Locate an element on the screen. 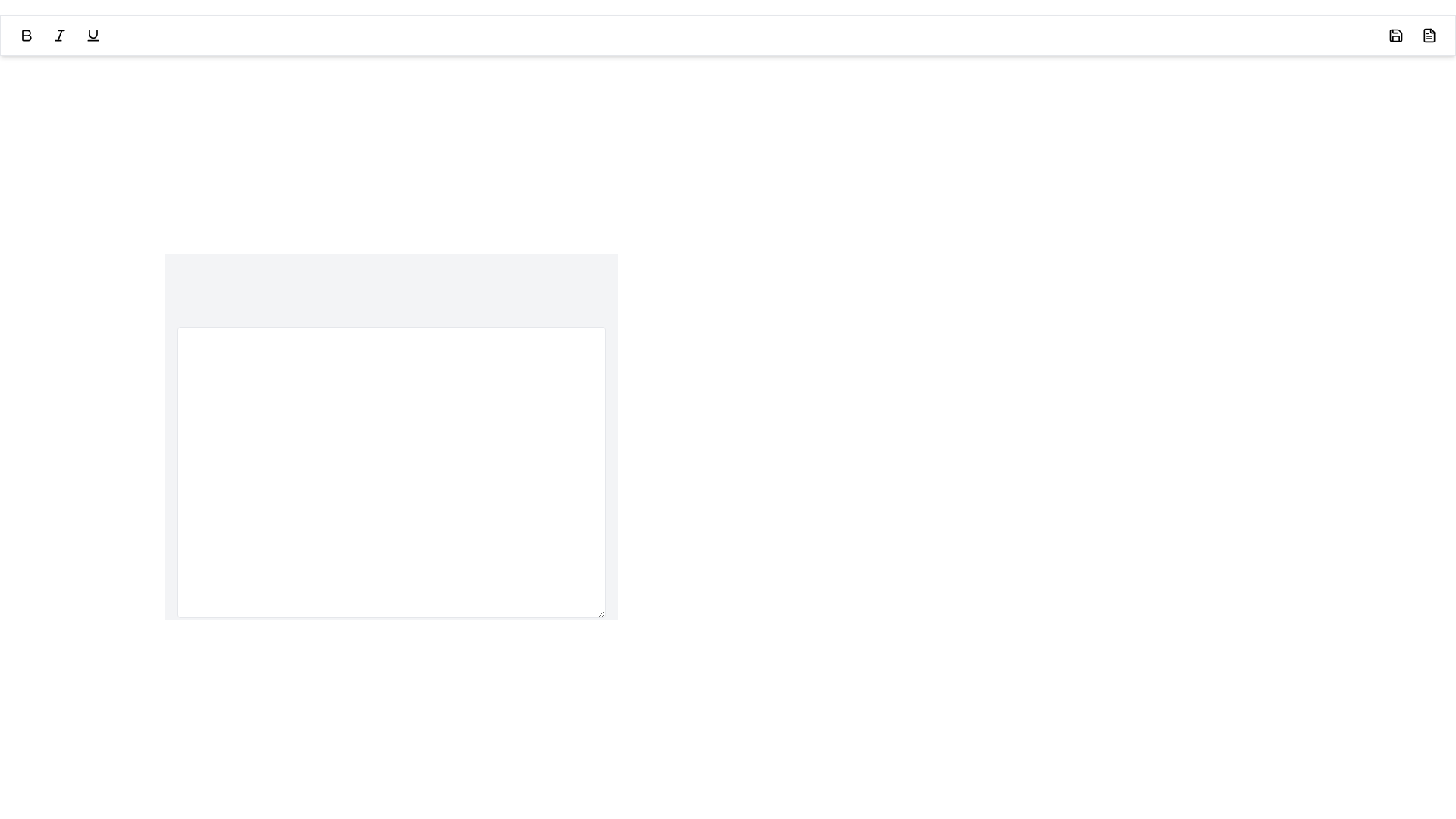  the italic formatting Icon Button located between the Bold and Underline buttons at the top left of the interface is located at coordinates (59, 34).